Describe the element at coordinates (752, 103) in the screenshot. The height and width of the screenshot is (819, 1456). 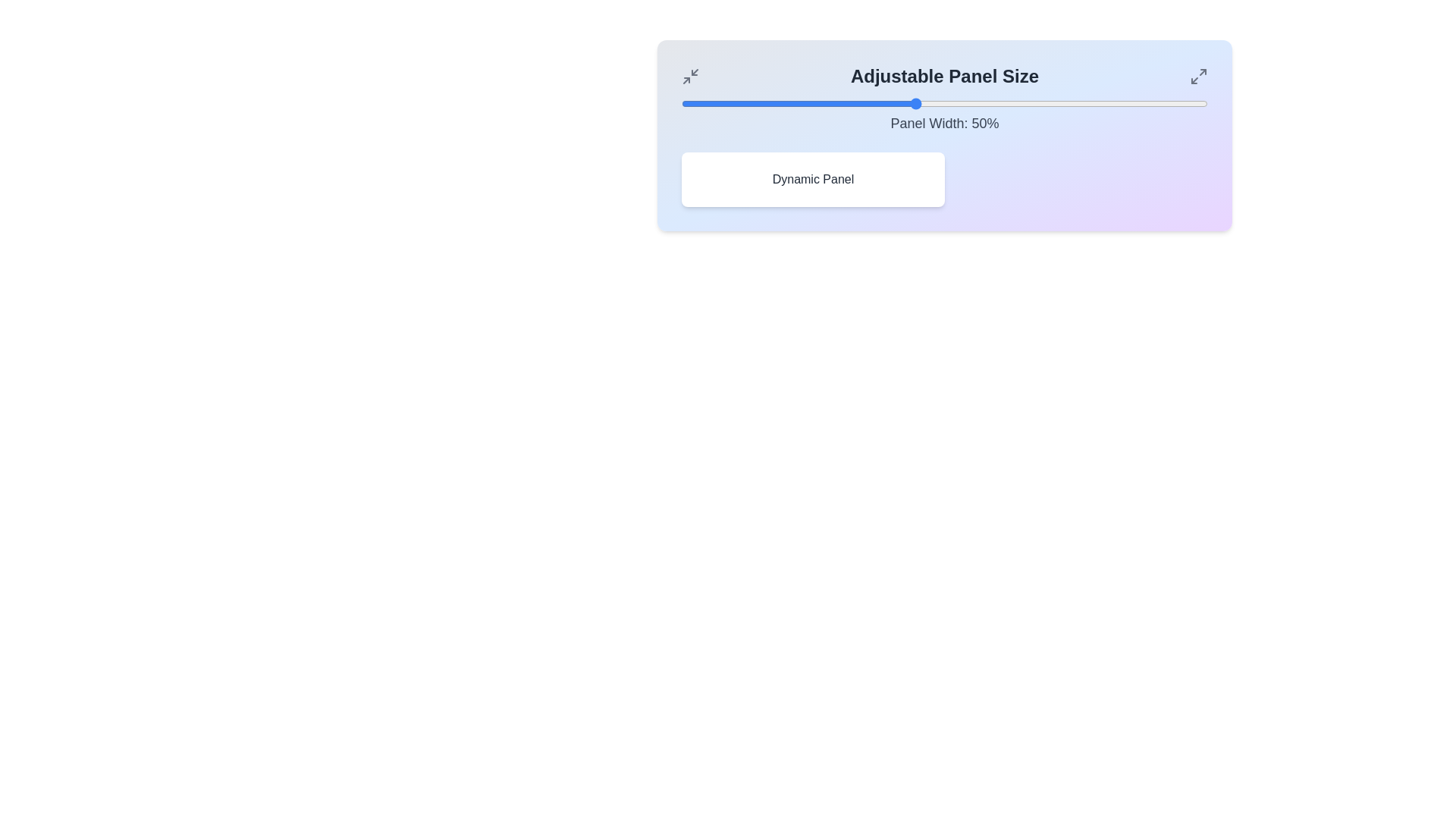
I see `the panel width` at that location.